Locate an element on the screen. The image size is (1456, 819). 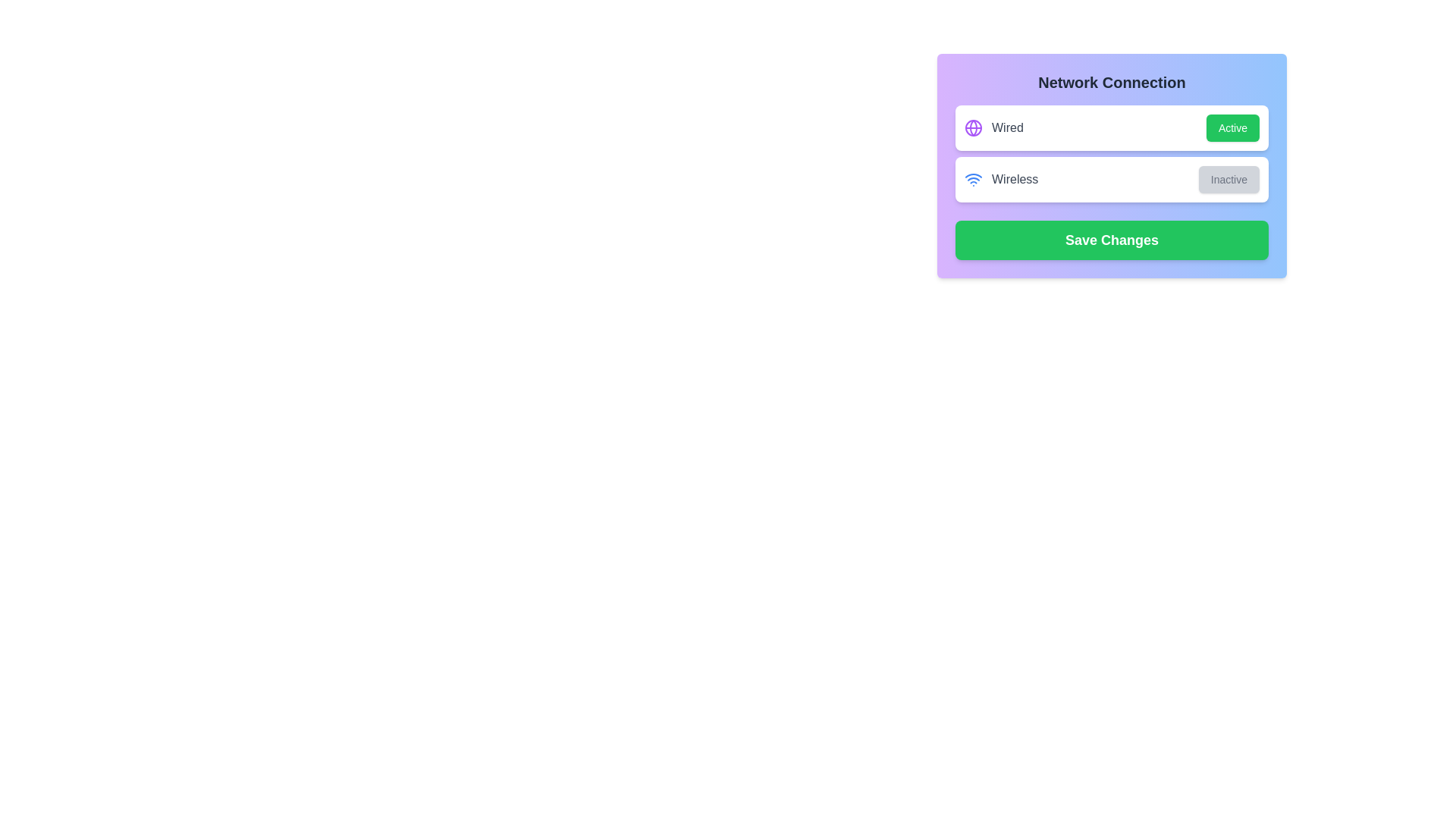
the 'Network Connection' heading and read its text is located at coordinates (1112, 82).